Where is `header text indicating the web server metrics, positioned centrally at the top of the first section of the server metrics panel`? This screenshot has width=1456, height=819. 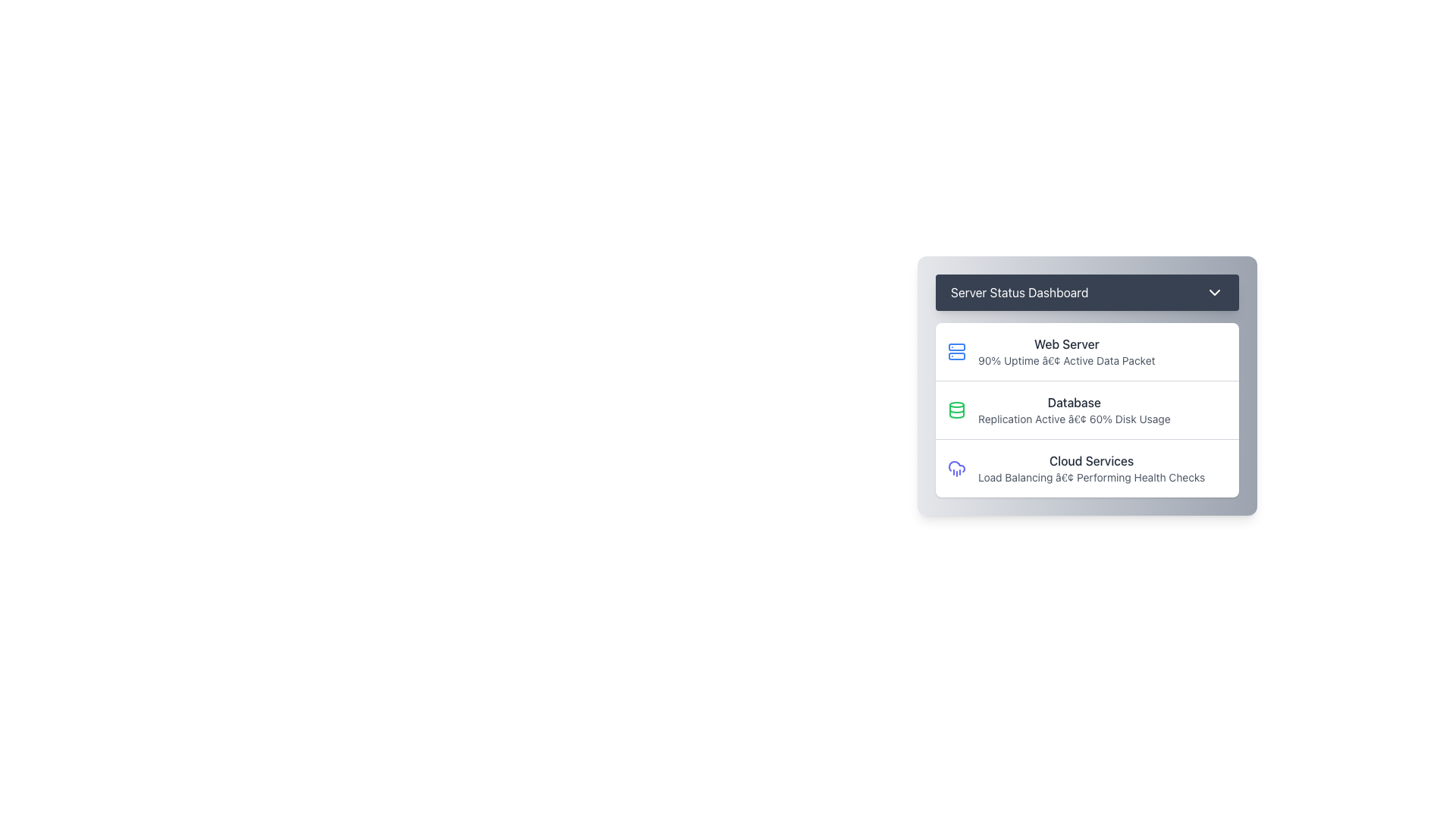 header text indicating the web server metrics, positioned centrally at the top of the first section of the server metrics panel is located at coordinates (1065, 344).